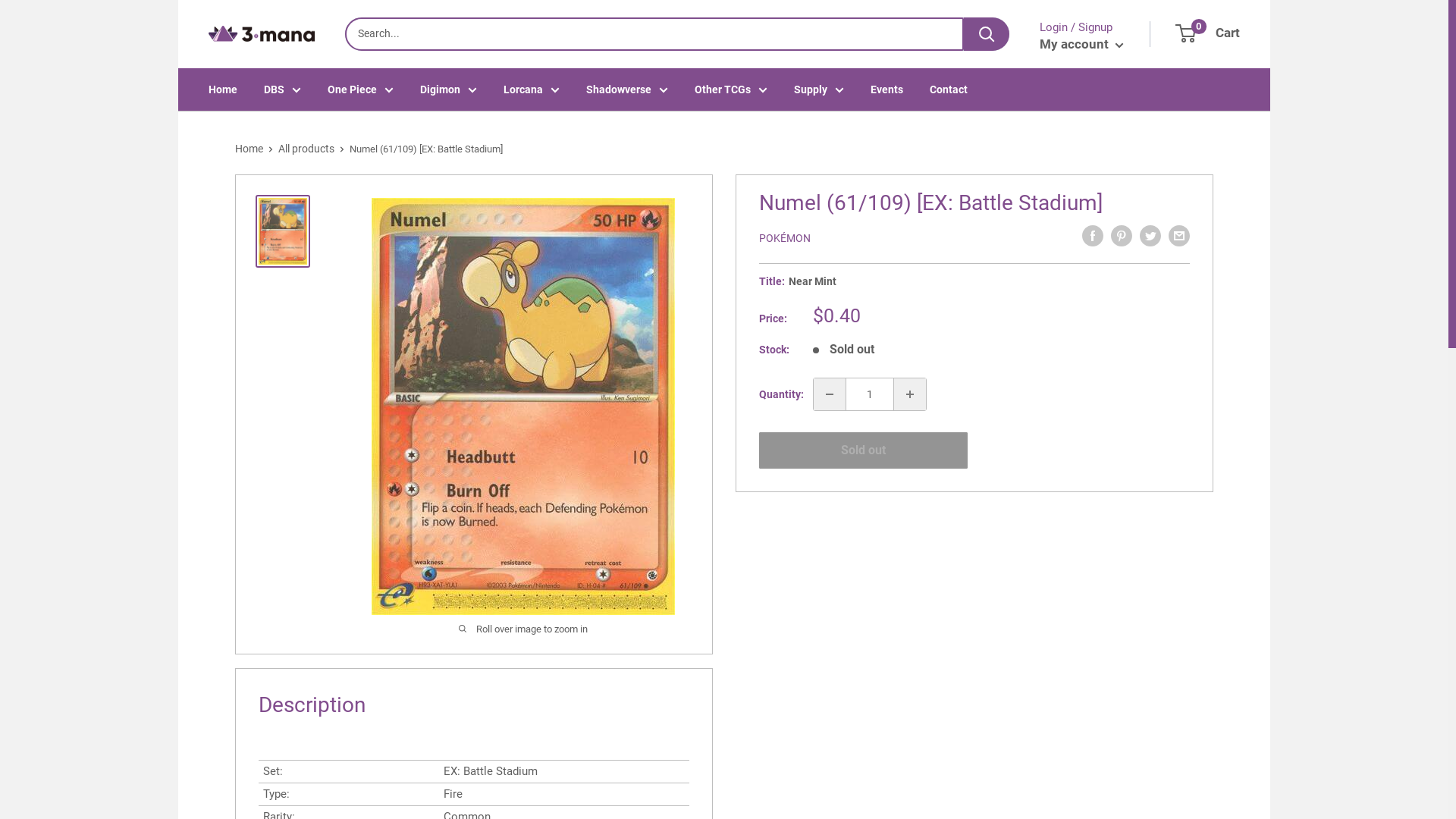  What do you see at coordinates (863, 450) in the screenshot?
I see `'Sold out'` at bounding box center [863, 450].